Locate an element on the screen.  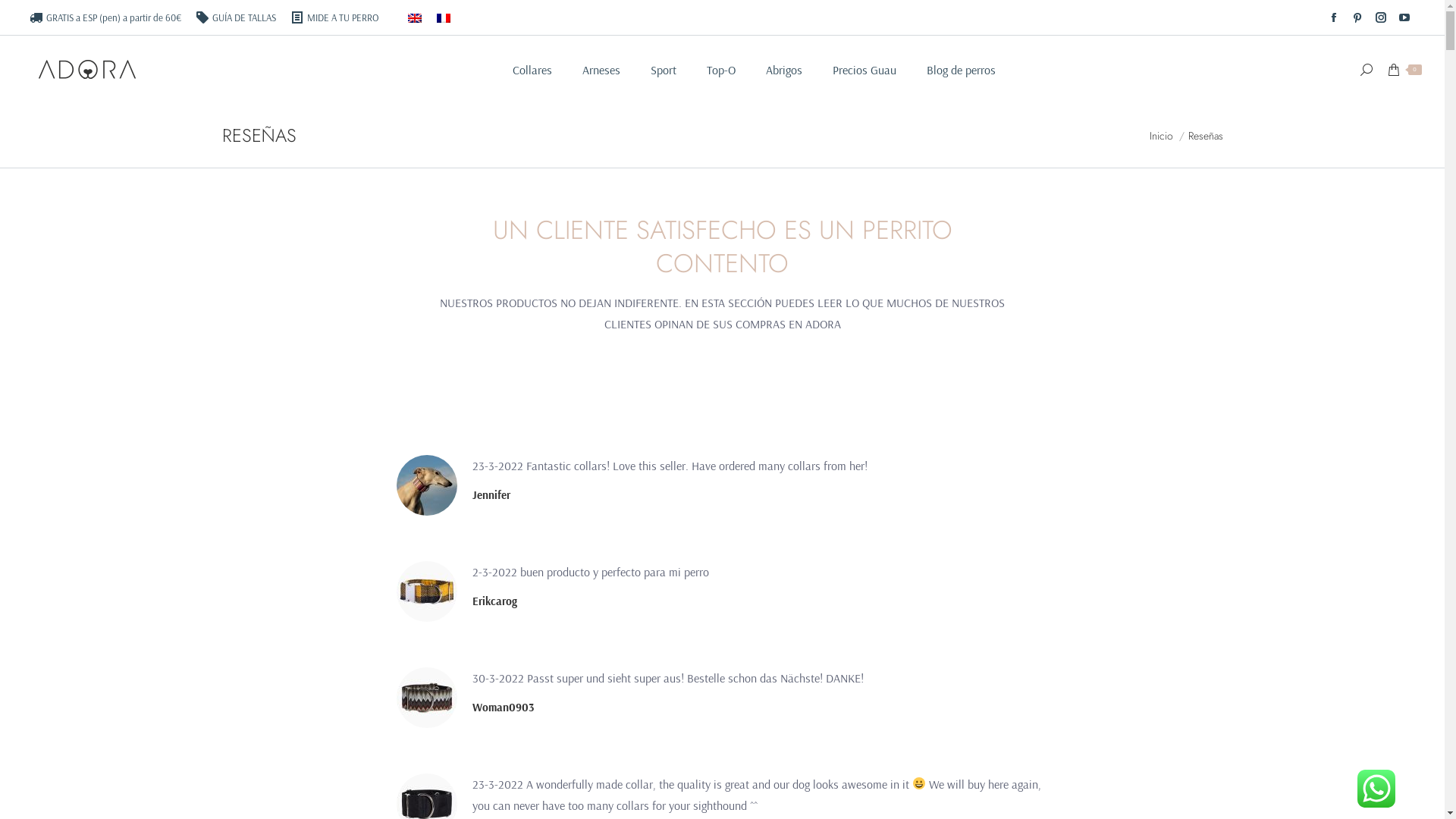
'Pinterest page opens in new window' is located at coordinates (1357, 17).